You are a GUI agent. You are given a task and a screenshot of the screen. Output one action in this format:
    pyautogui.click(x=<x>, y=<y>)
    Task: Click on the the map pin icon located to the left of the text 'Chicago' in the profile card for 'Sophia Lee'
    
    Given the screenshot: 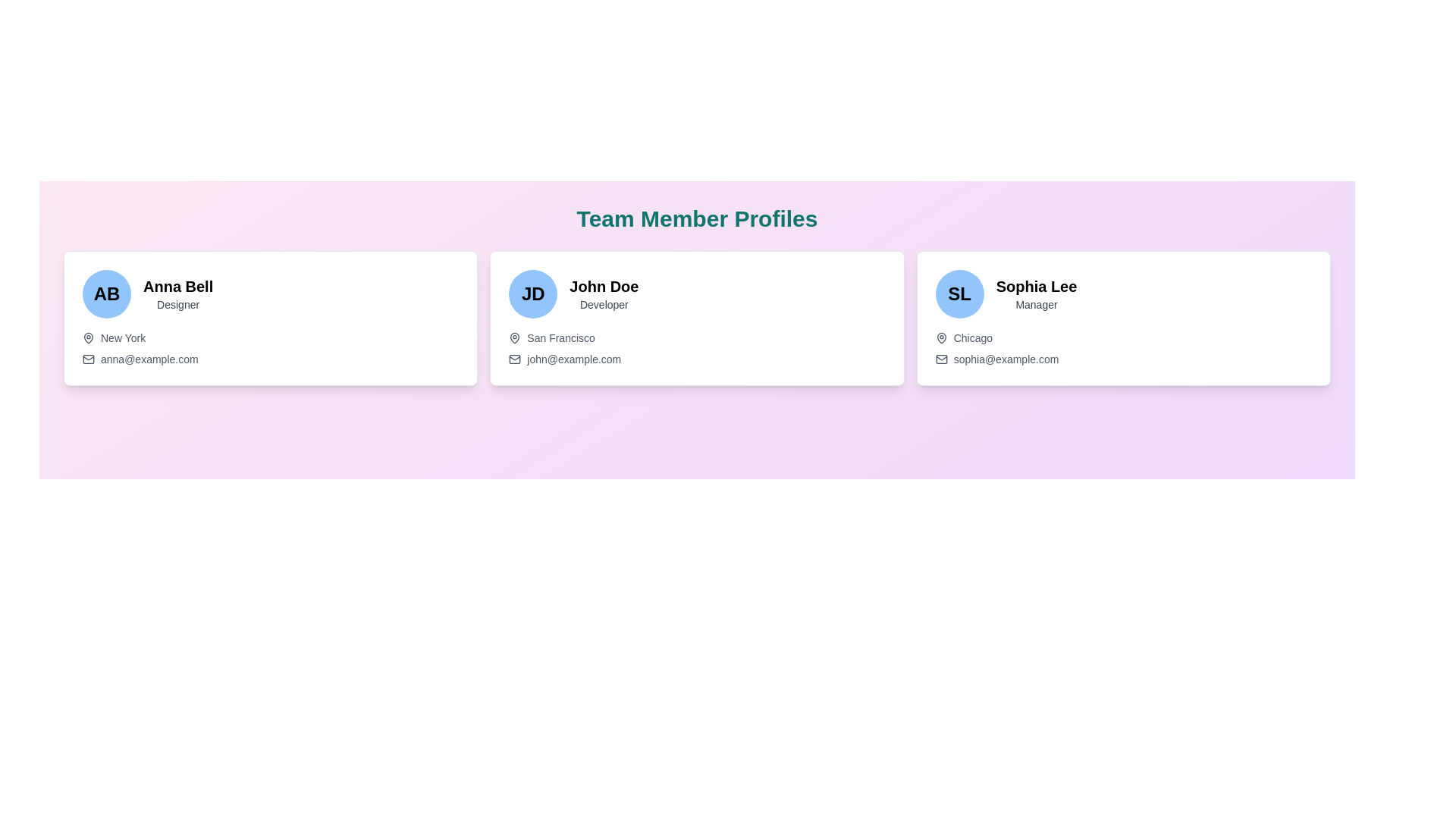 What is the action you would take?
    pyautogui.click(x=940, y=337)
    